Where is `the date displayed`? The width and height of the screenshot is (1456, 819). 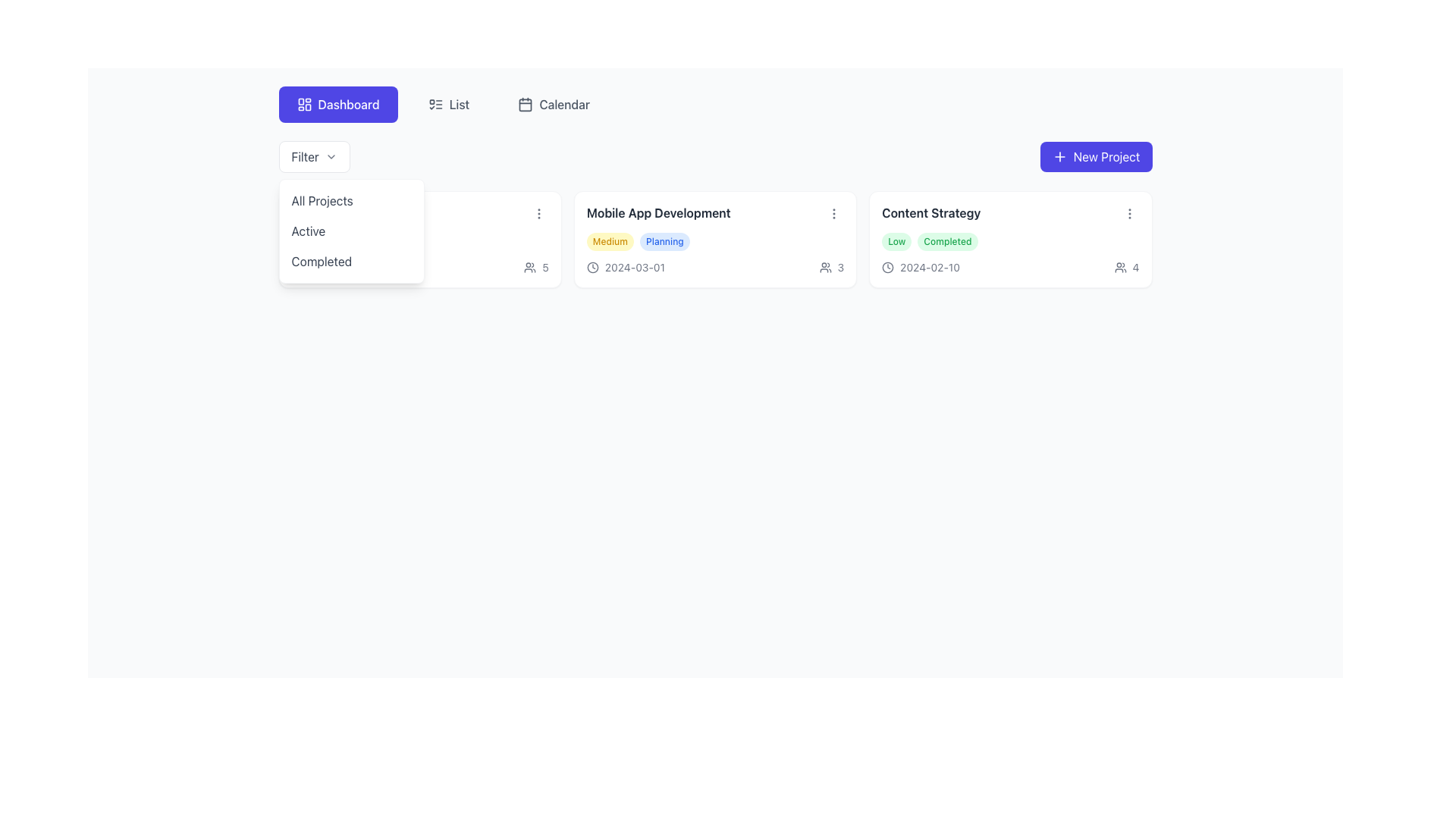 the date displayed is located at coordinates (635, 267).